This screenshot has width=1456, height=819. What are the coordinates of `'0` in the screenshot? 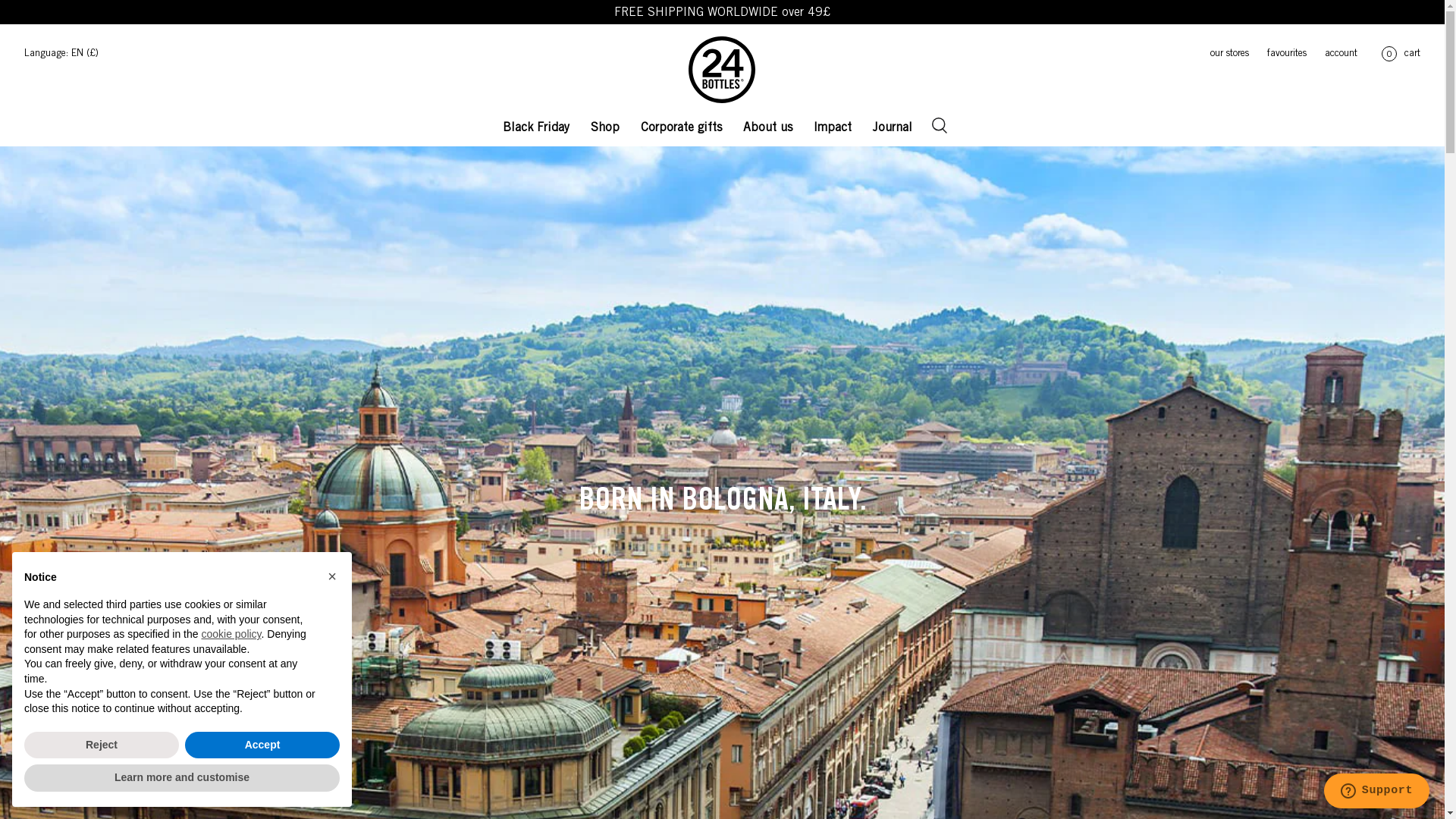 It's located at (1397, 53).